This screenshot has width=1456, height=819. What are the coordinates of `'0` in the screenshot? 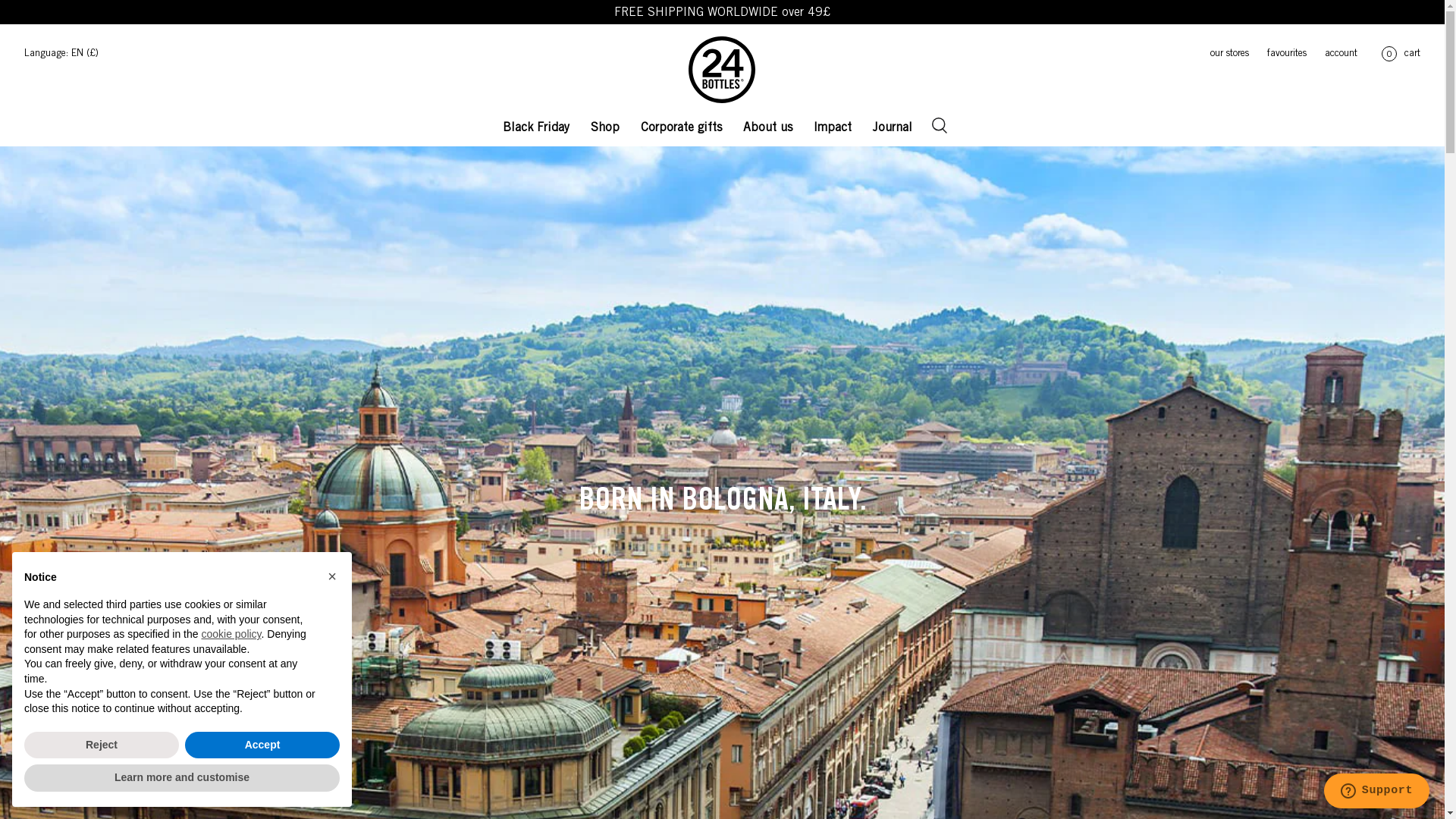 It's located at (1397, 53).